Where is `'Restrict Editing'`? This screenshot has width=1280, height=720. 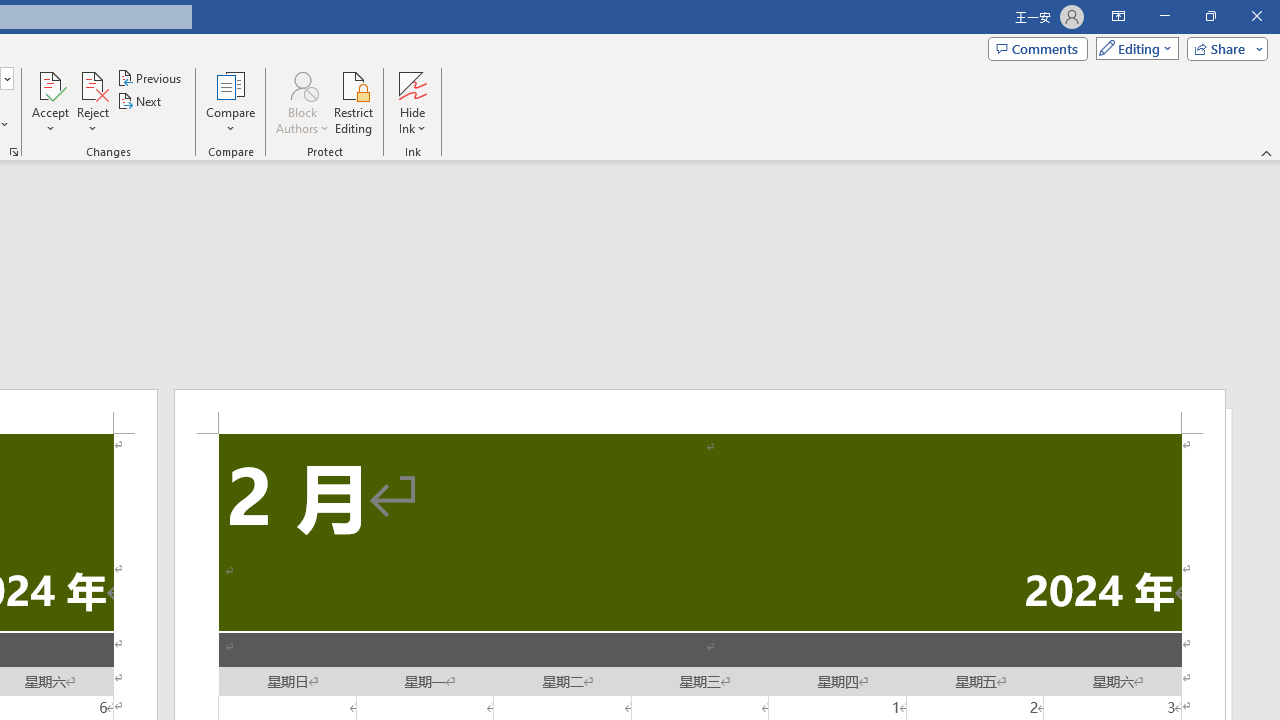 'Restrict Editing' is located at coordinates (353, 103).